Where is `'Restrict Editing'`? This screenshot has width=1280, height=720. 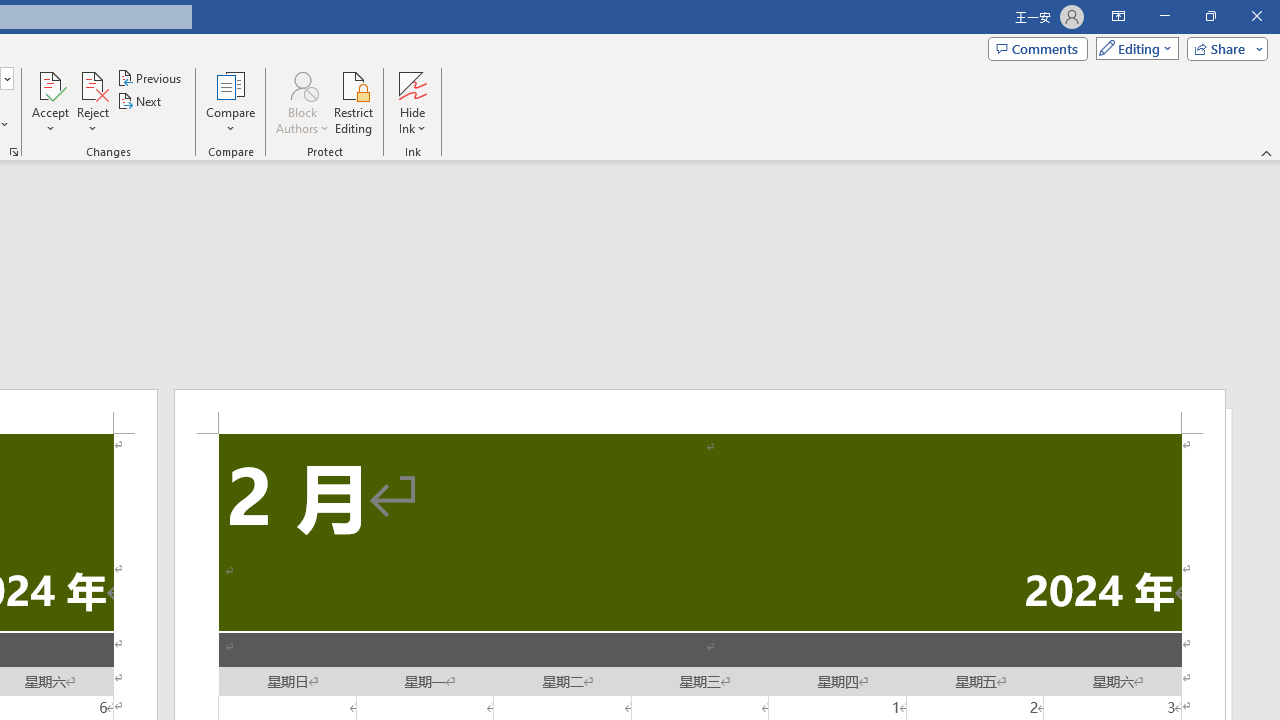 'Restrict Editing' is located at coordinates (353, 103).